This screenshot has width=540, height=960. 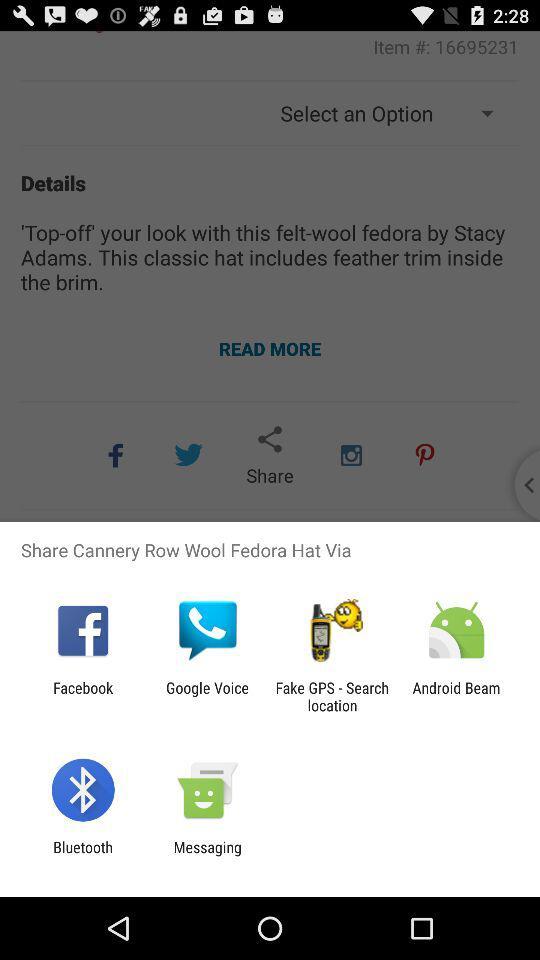 I want to click on item next to the fake gps search icon, so click(x=206, y=696).